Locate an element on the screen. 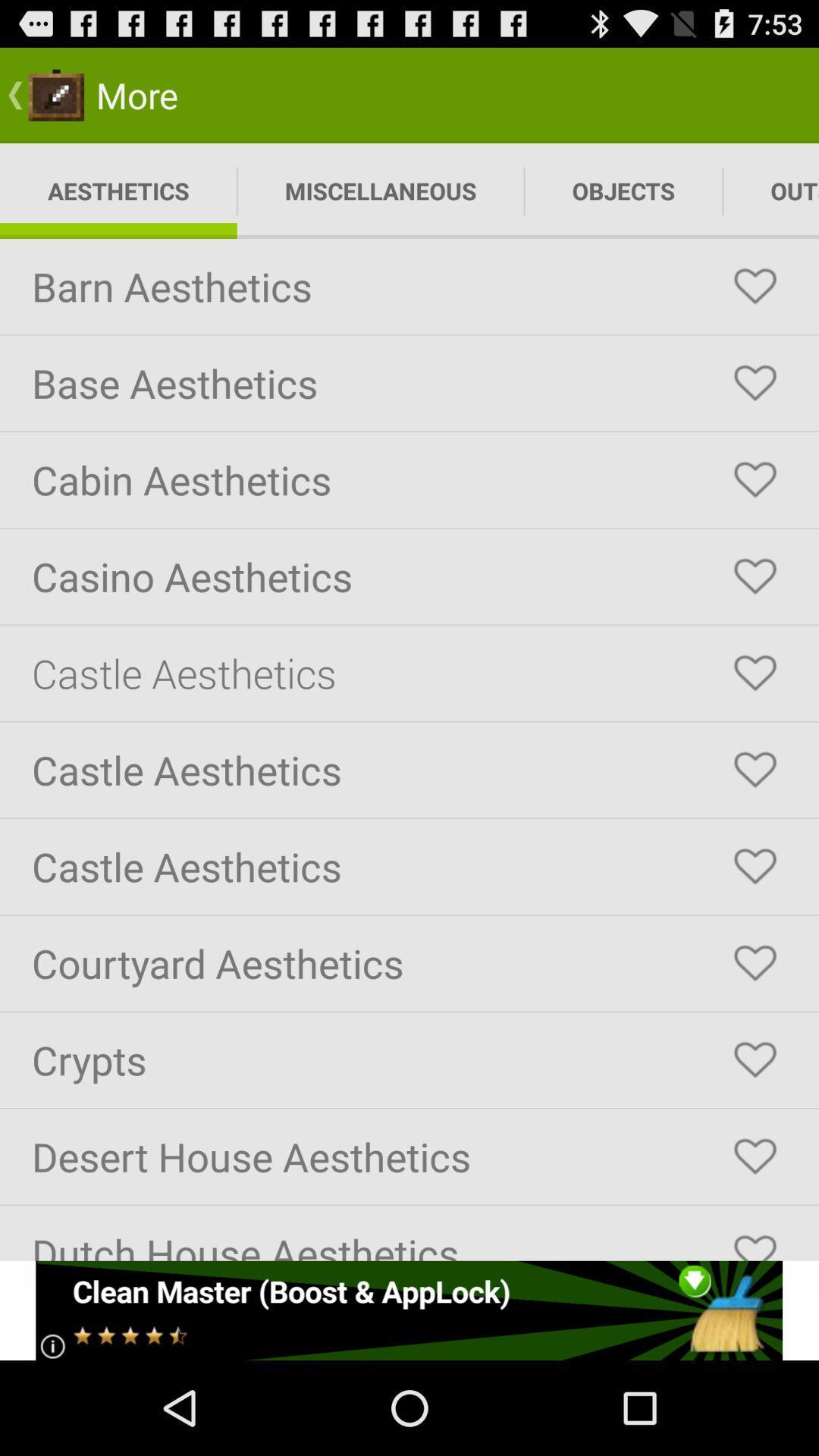 The height and width of the screenshot is (1456, 819). click the love symbol is located at coordinates (755, 673).